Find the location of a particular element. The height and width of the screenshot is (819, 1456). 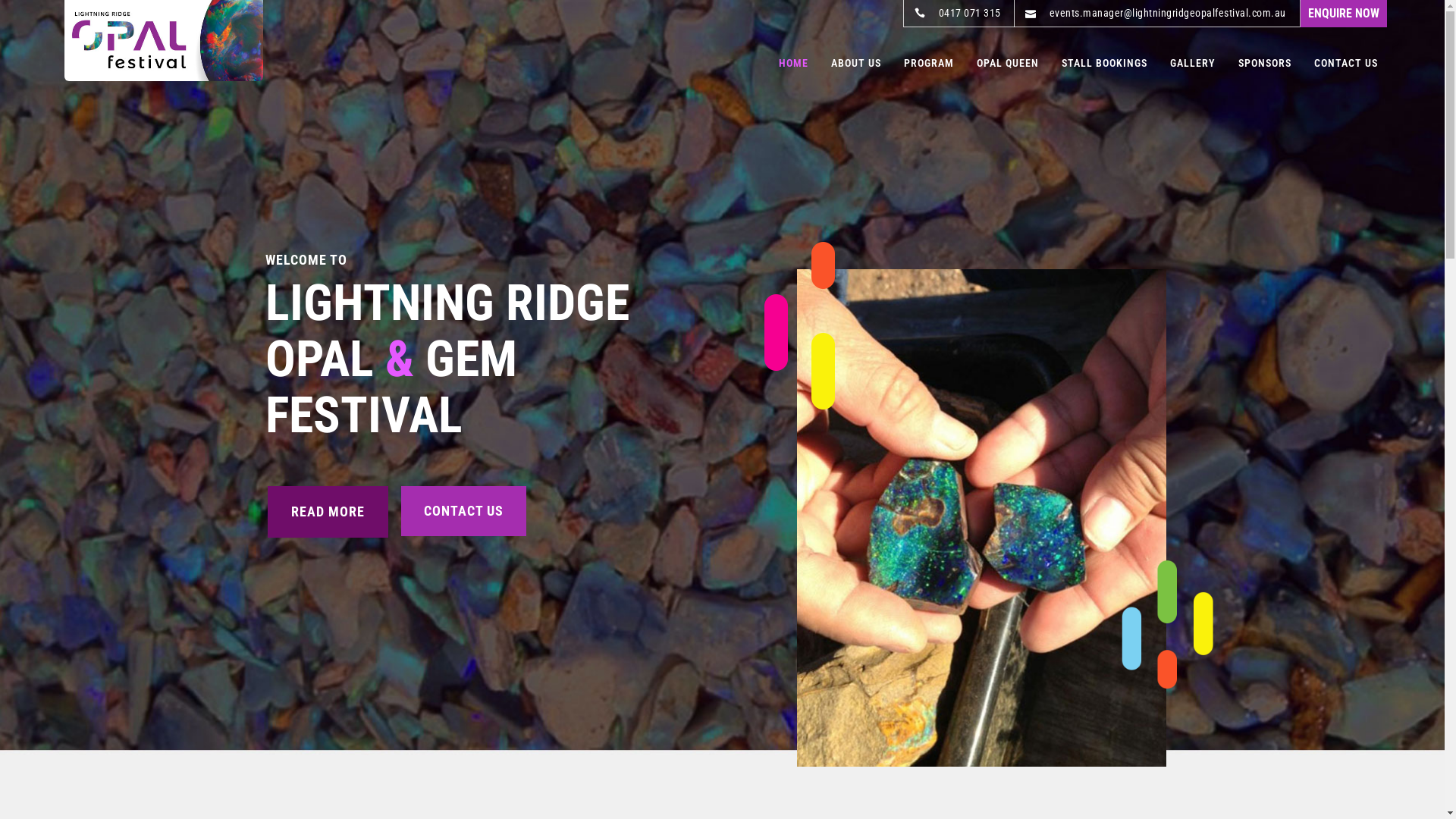

'ABOUT US' is located at coordinates (855, 62).